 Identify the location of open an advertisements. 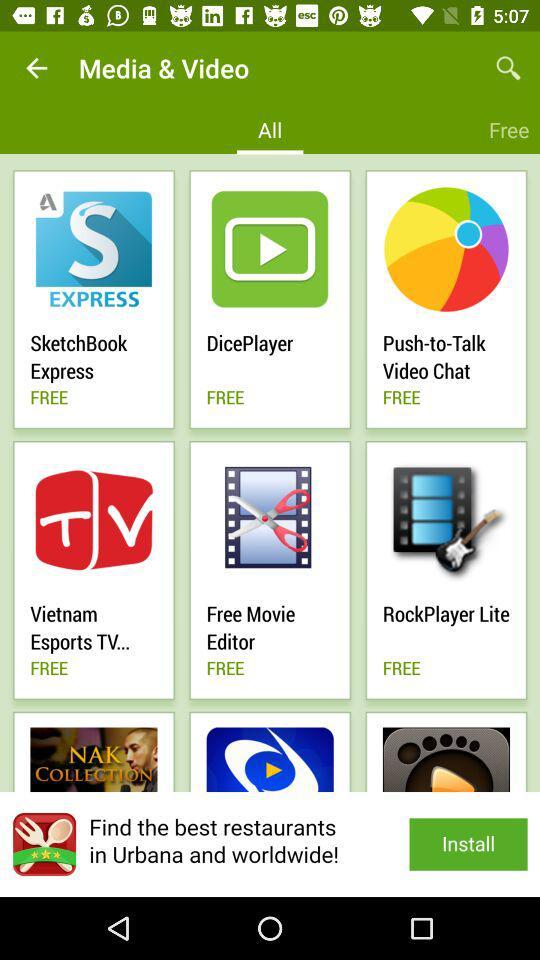
(270, 843).